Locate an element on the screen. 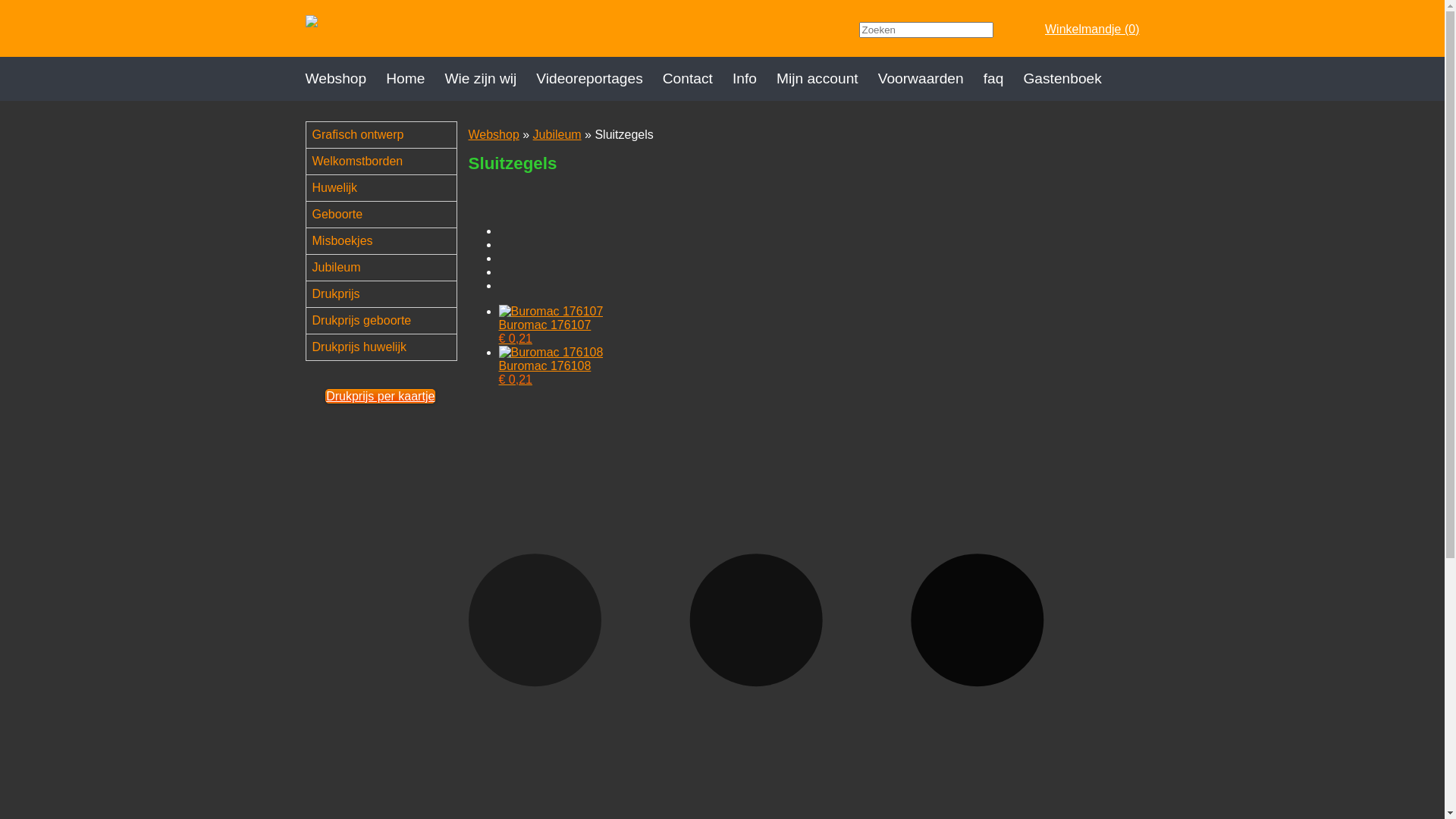 This screenshot has height=819, width=1456. 'WinkelmandjeWinkelmandje (0)' is located at coordinates (1026, 29).